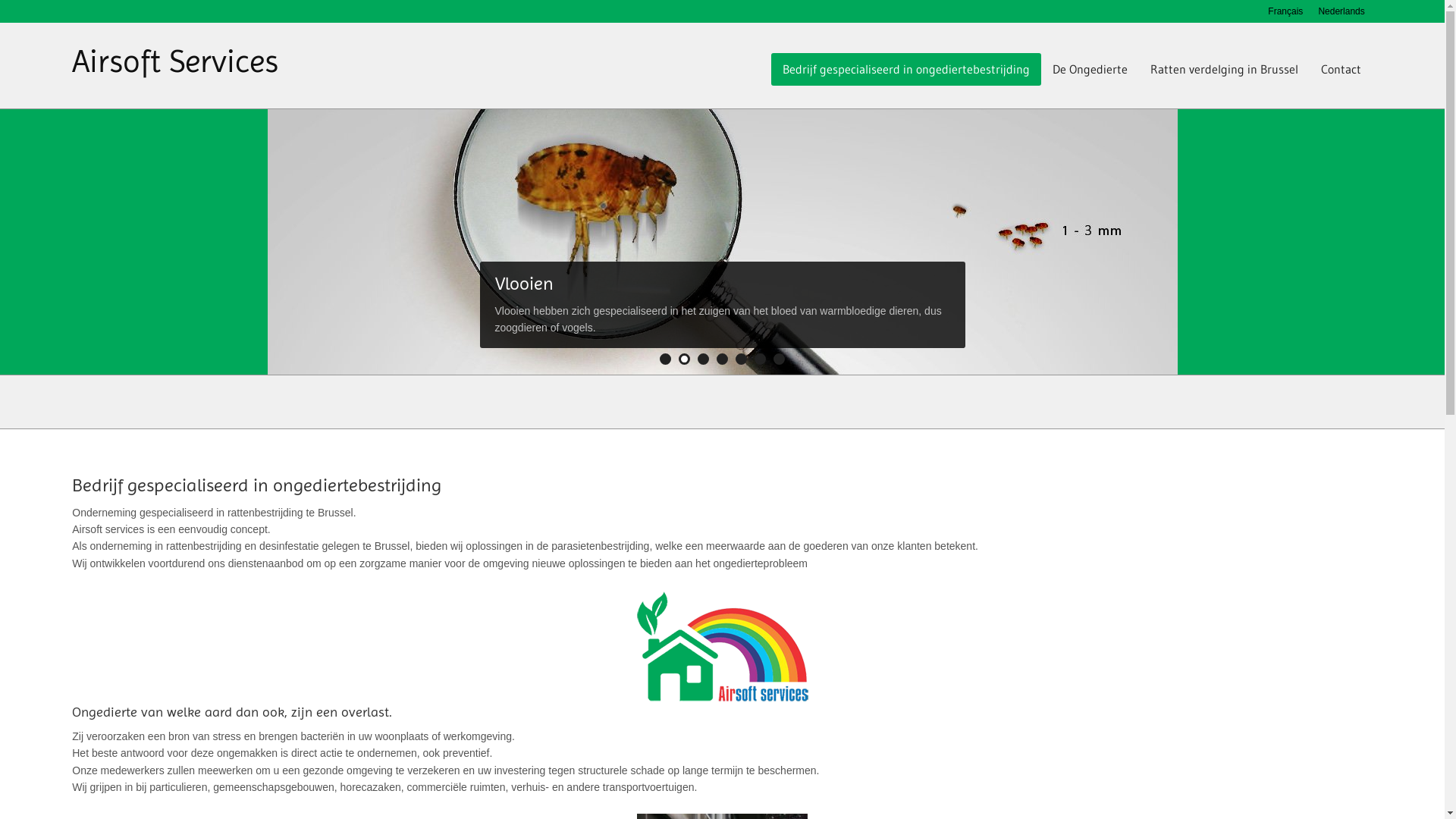 This screenshot has width=1456, height=819. I want to click on 'Nederlands', so click(1341, 11).